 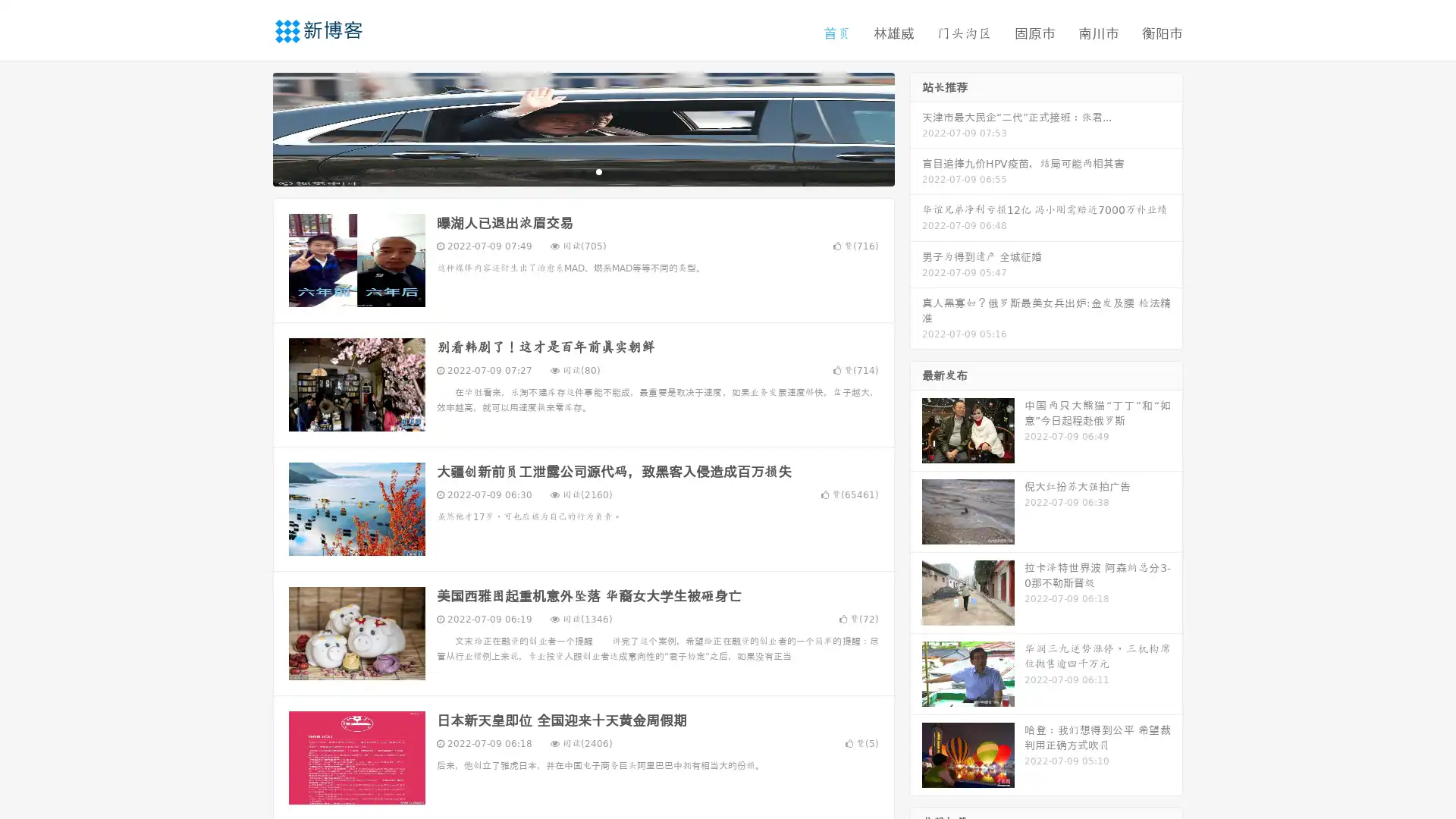 What do you see at coordinates (582, 171) in the screenshot?
I see `Go to slide 2` at bounding box center [582, 171].